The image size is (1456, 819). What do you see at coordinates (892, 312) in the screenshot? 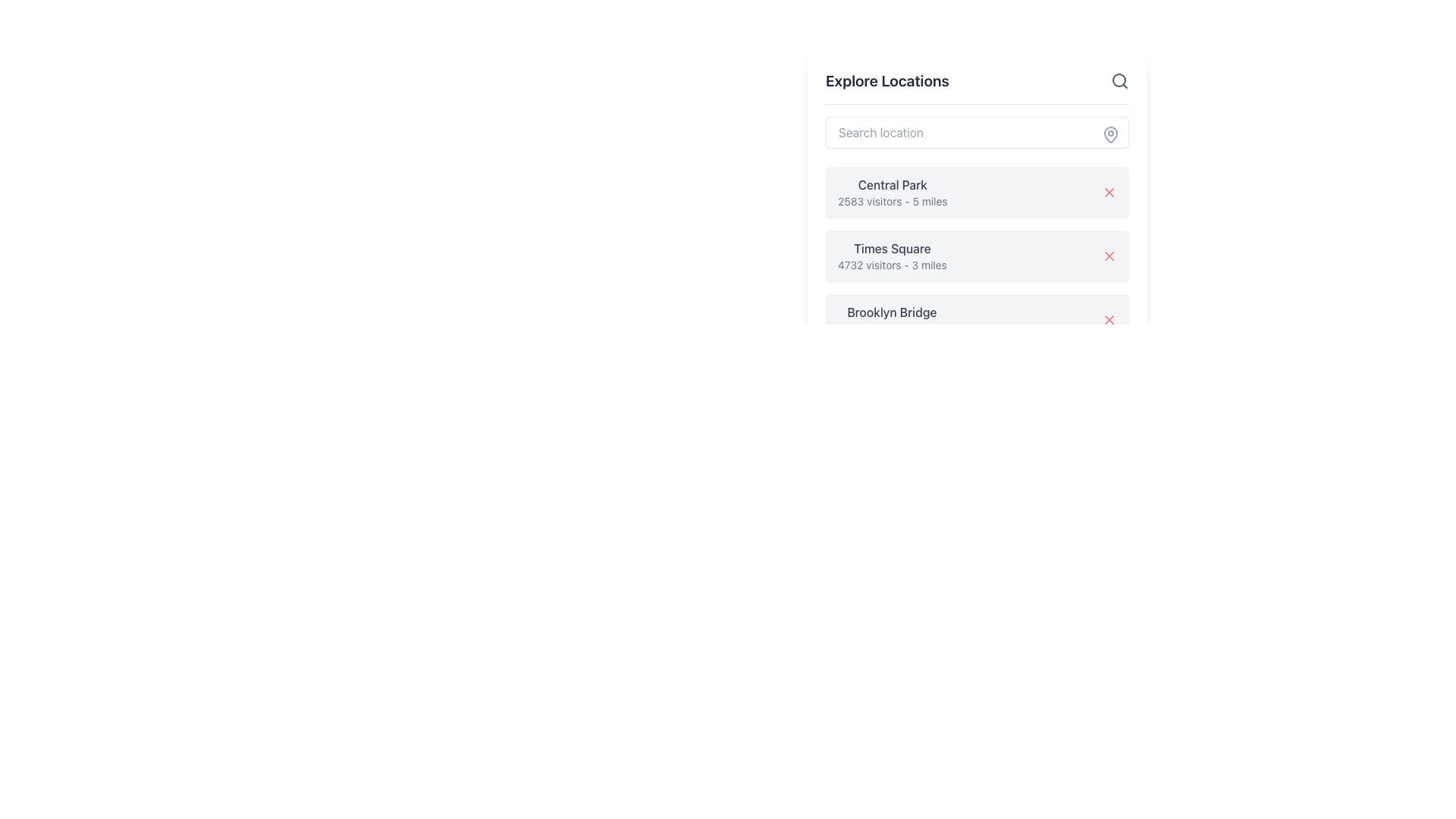
I see `text of the label displaying the location title 'Brooklyn Bridge', which is centrally positioned in the geographical locations list` at bounding box center [892, 312].